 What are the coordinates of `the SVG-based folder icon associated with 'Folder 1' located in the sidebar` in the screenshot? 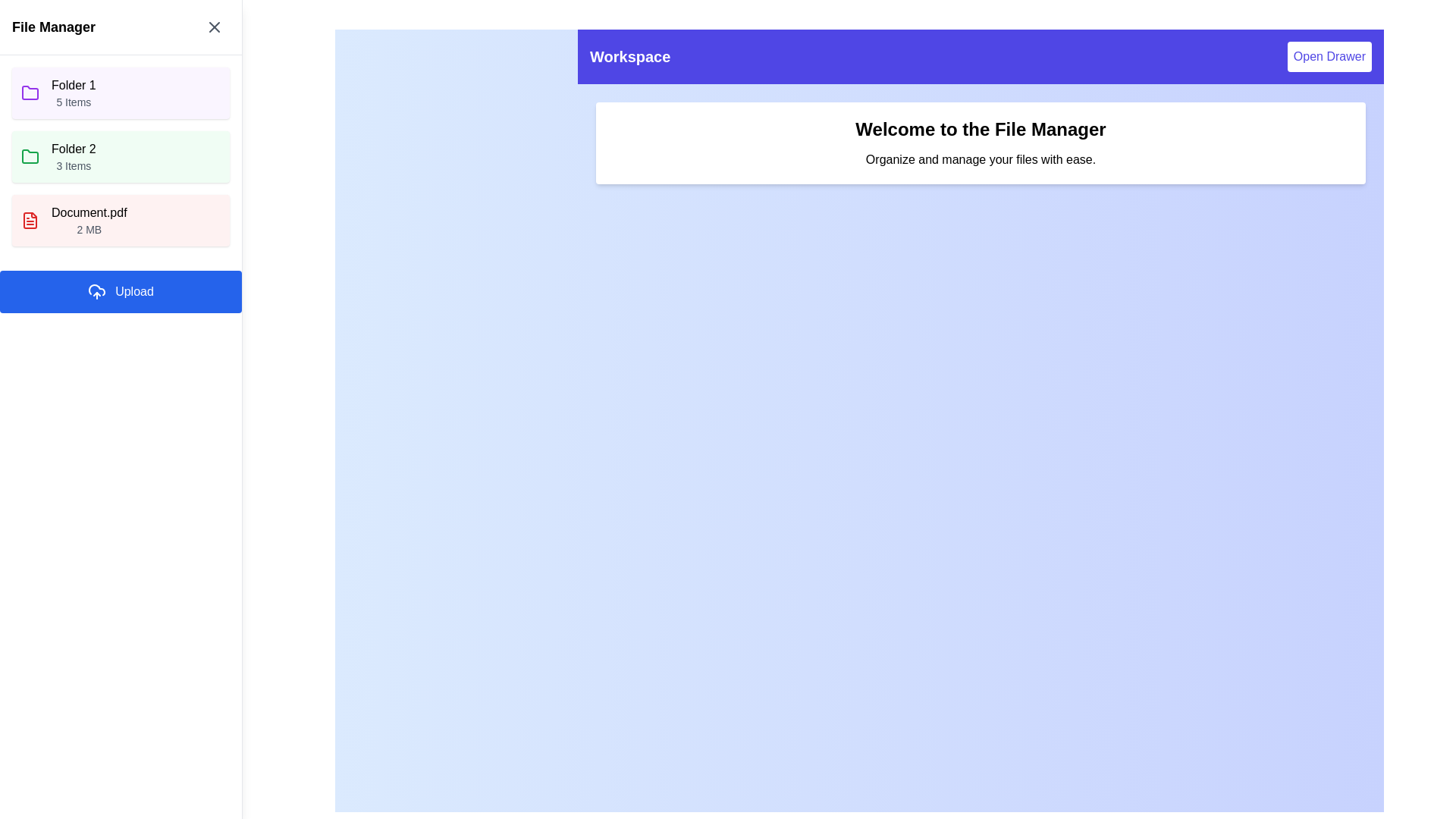 It's located at (30, 93).